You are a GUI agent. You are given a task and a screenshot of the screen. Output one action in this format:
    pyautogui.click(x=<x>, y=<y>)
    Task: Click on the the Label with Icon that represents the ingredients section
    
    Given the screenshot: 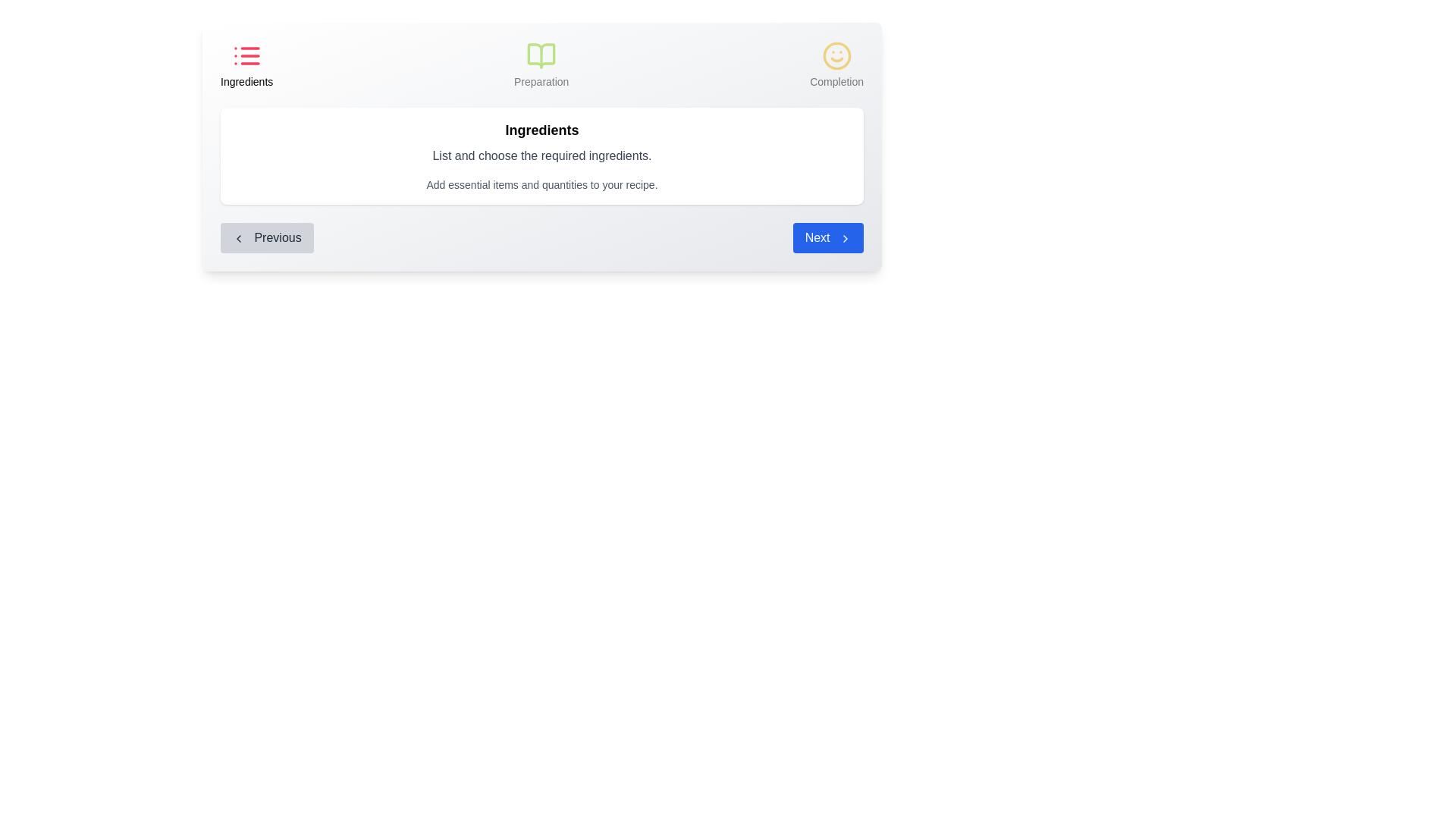 What is the action you would take?
    pyautogui.click(x=246, y=64)
    